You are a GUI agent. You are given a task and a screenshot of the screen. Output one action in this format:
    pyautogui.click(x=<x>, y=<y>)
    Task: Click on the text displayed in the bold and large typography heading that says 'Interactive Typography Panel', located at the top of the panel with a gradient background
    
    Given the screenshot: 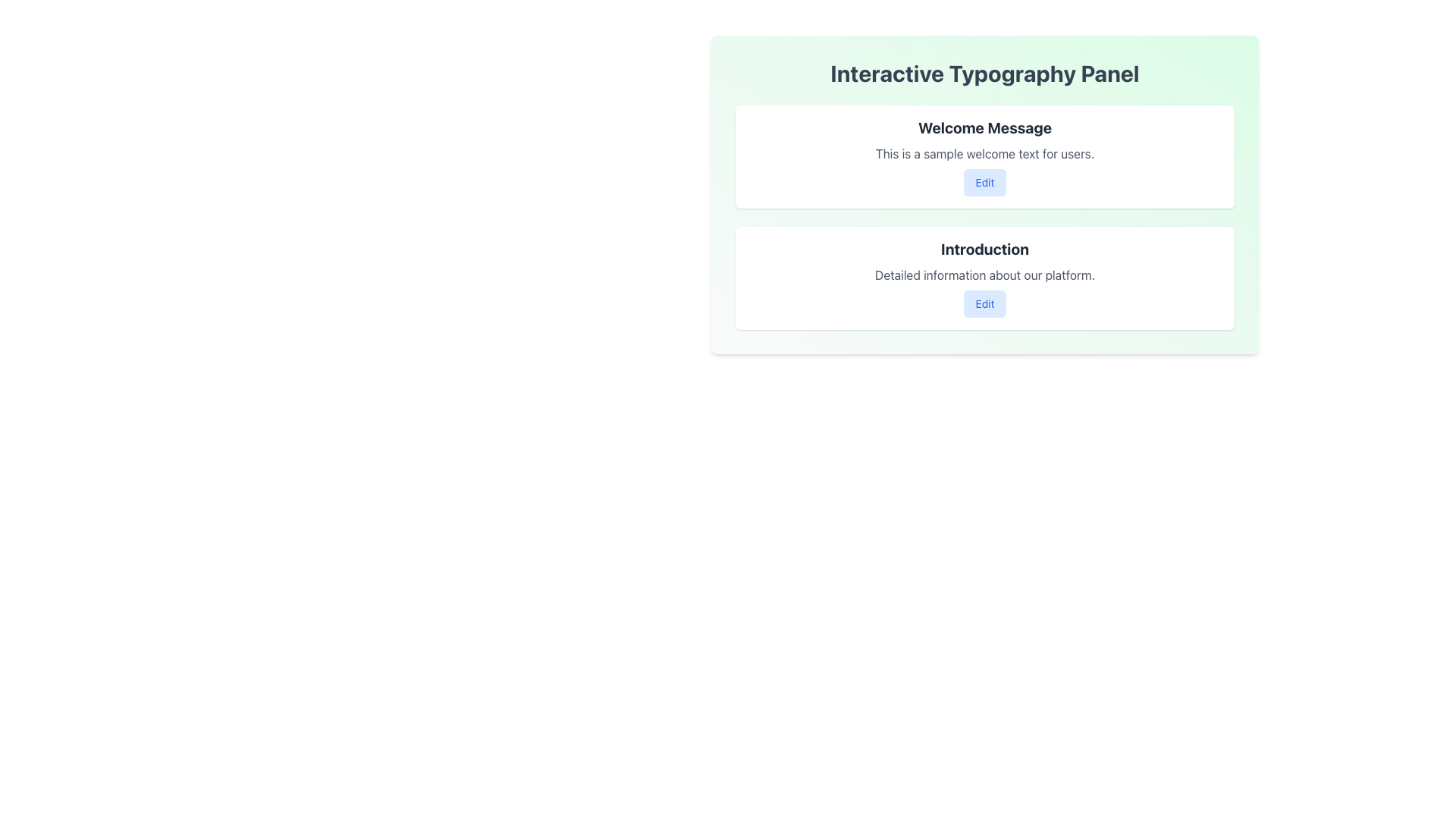 What is the action you would take?
    pyautogui.click(x=985, y=73)
    